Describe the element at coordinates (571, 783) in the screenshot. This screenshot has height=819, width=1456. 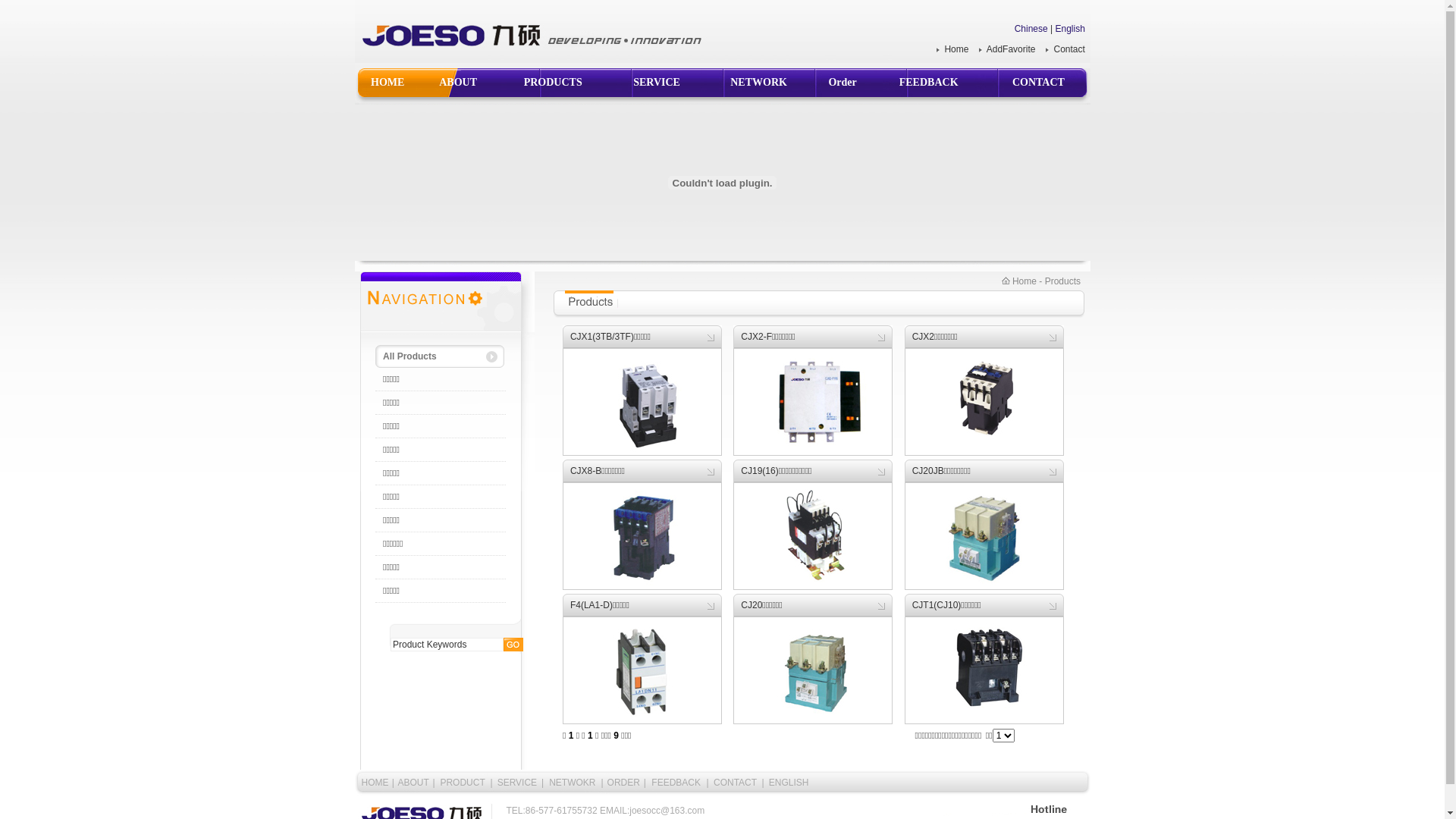
I see `'NETWOKR'` at that location.